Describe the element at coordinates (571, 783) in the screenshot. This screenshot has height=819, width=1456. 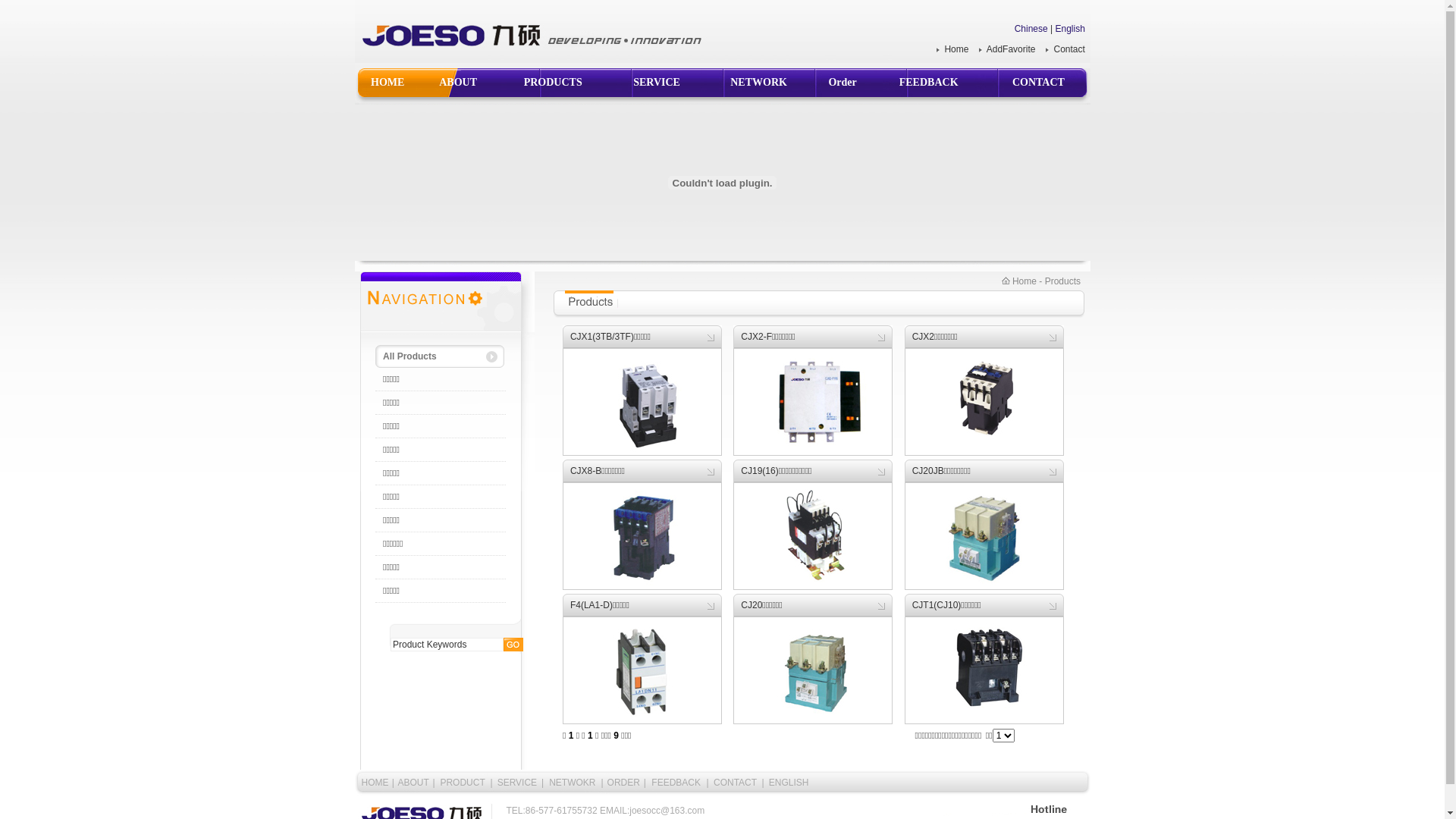
I see `'NETWOKR'` at that location.